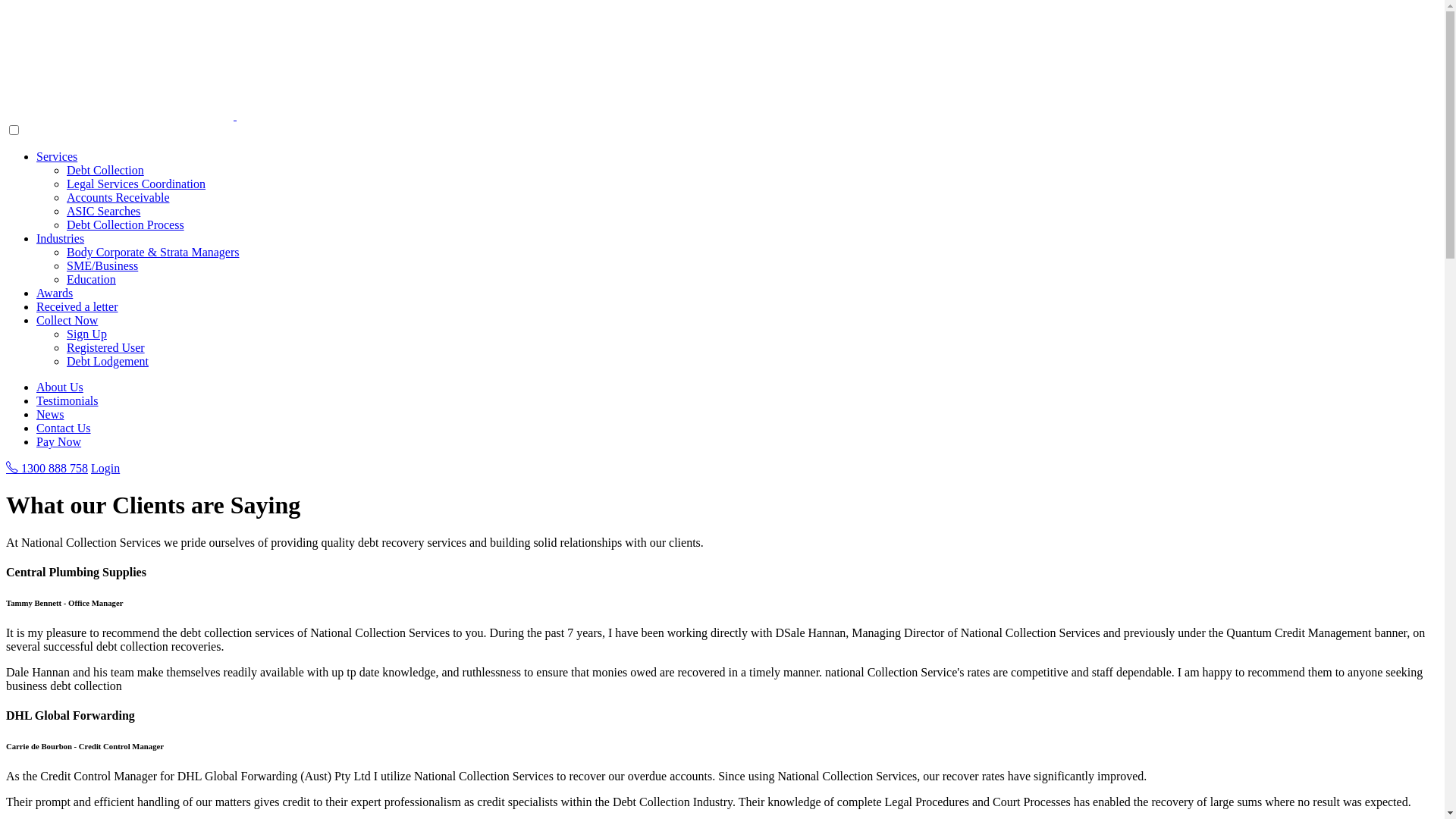 The image size is (1456, 819). Describe the element at coordinates (67, 400) in the screenshot. I see `'Testimonials'` at that location.